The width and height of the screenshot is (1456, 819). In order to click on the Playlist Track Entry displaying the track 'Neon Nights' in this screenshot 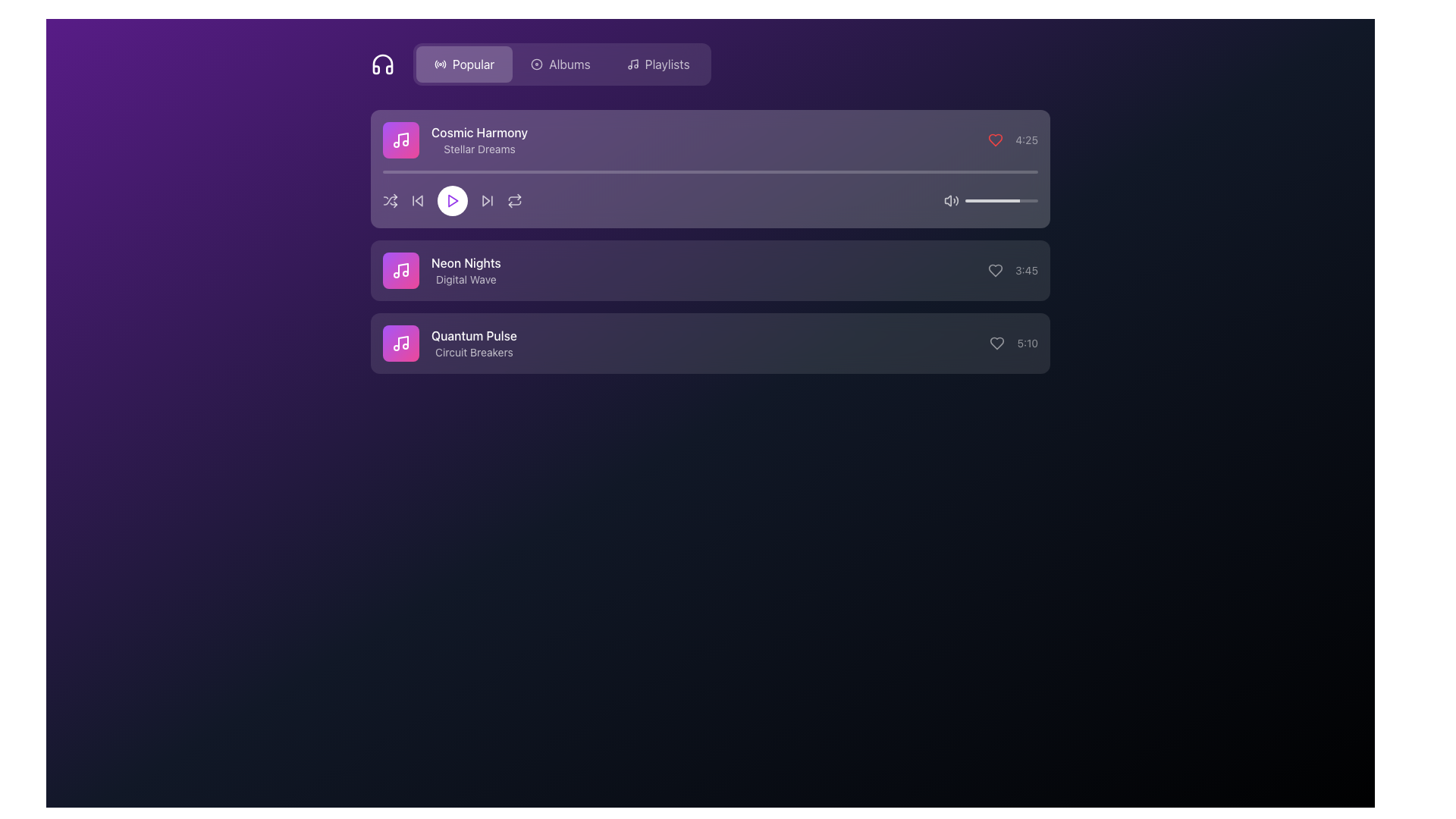, I will do `click(709, 270)`.